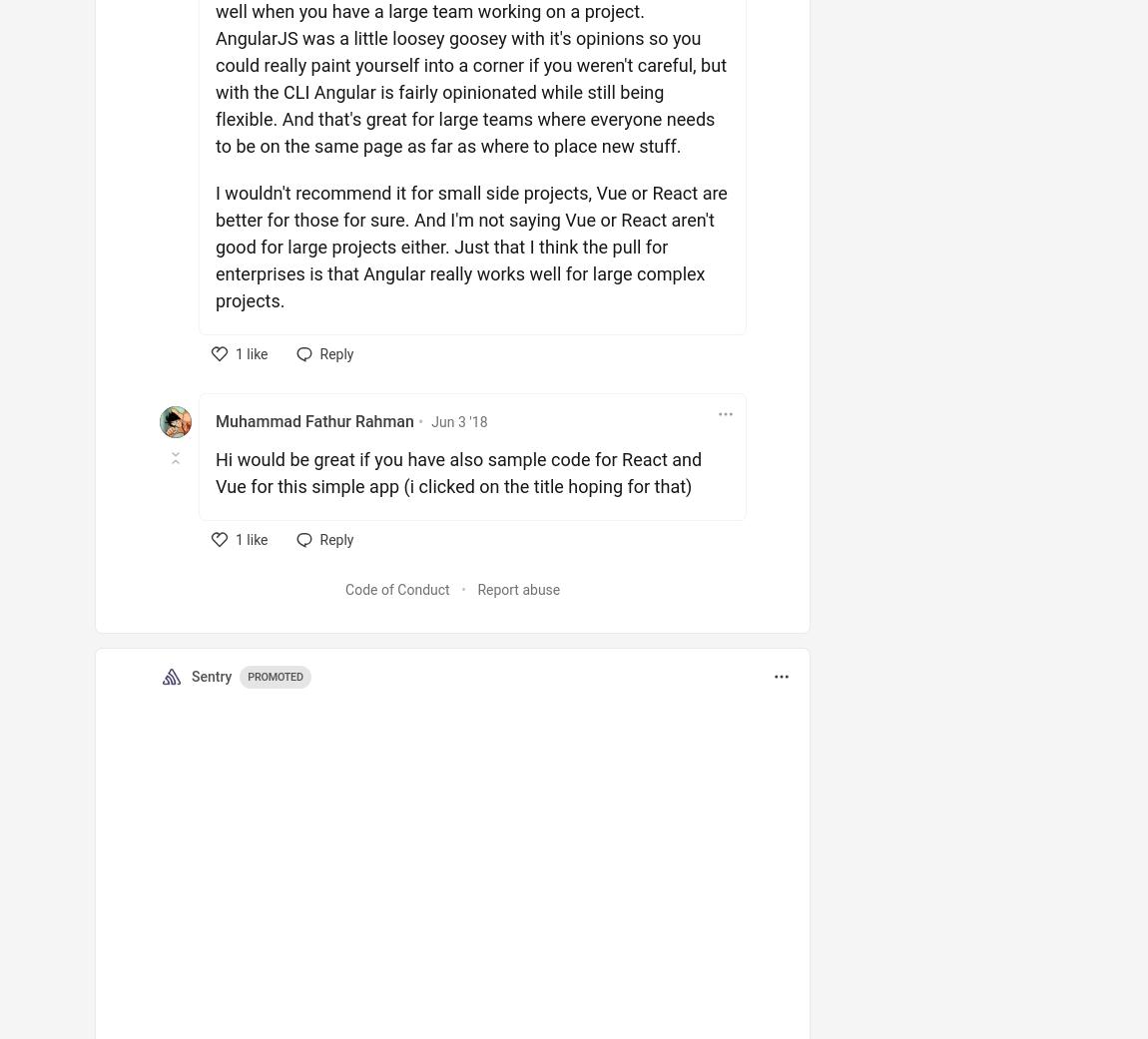 The width and height of the screenshot is (1148, 1039). I want to click on 'Muhammad Fathur Rahman', so click(214, 420).